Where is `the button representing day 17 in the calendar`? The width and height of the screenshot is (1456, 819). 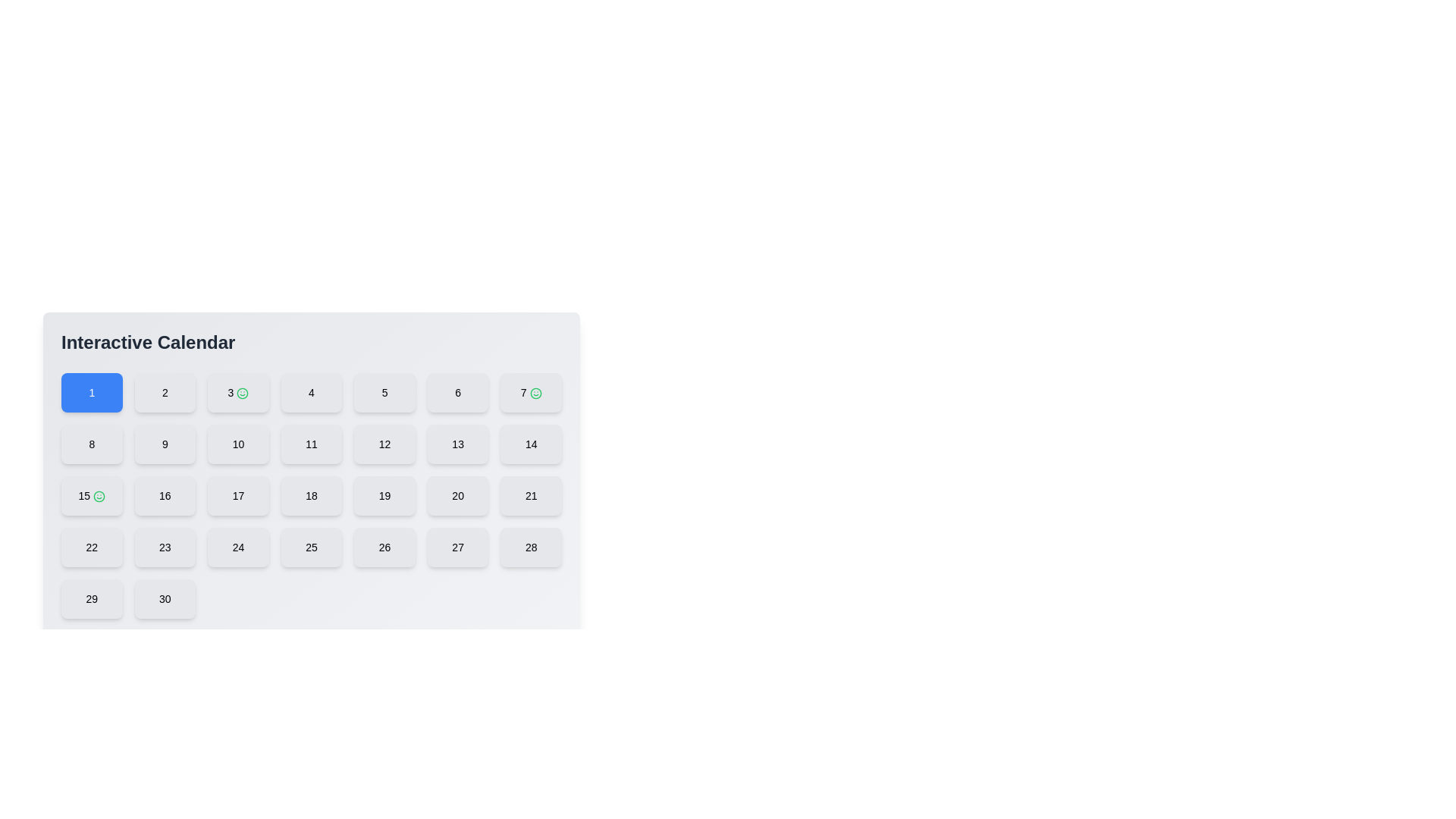 the button representing day 17 in the calendar is located at coordinates (237, 496).